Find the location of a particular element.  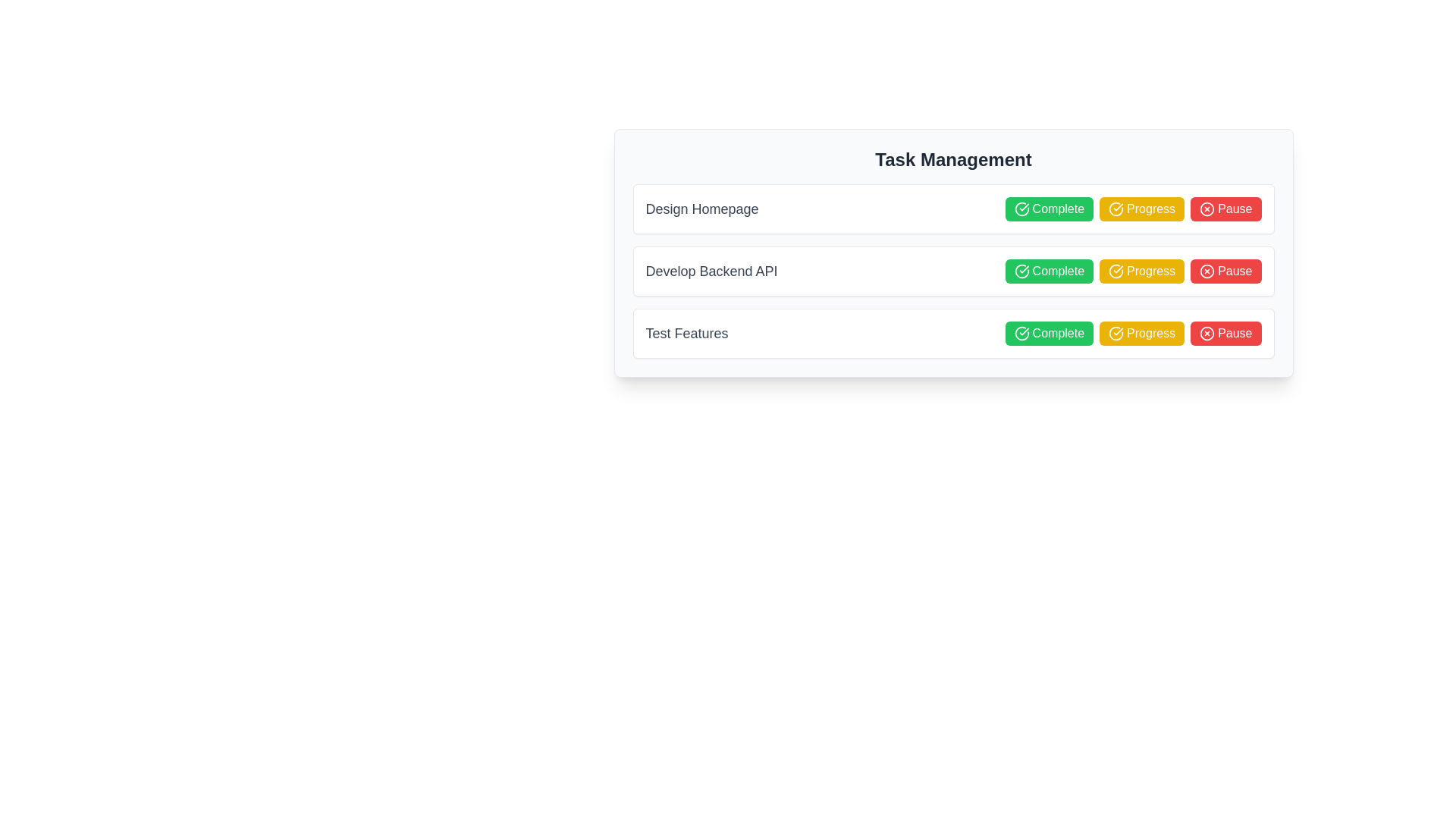

the 'Progress' button with a yellow background and white rounded text is located at coordinates (1142, 332).